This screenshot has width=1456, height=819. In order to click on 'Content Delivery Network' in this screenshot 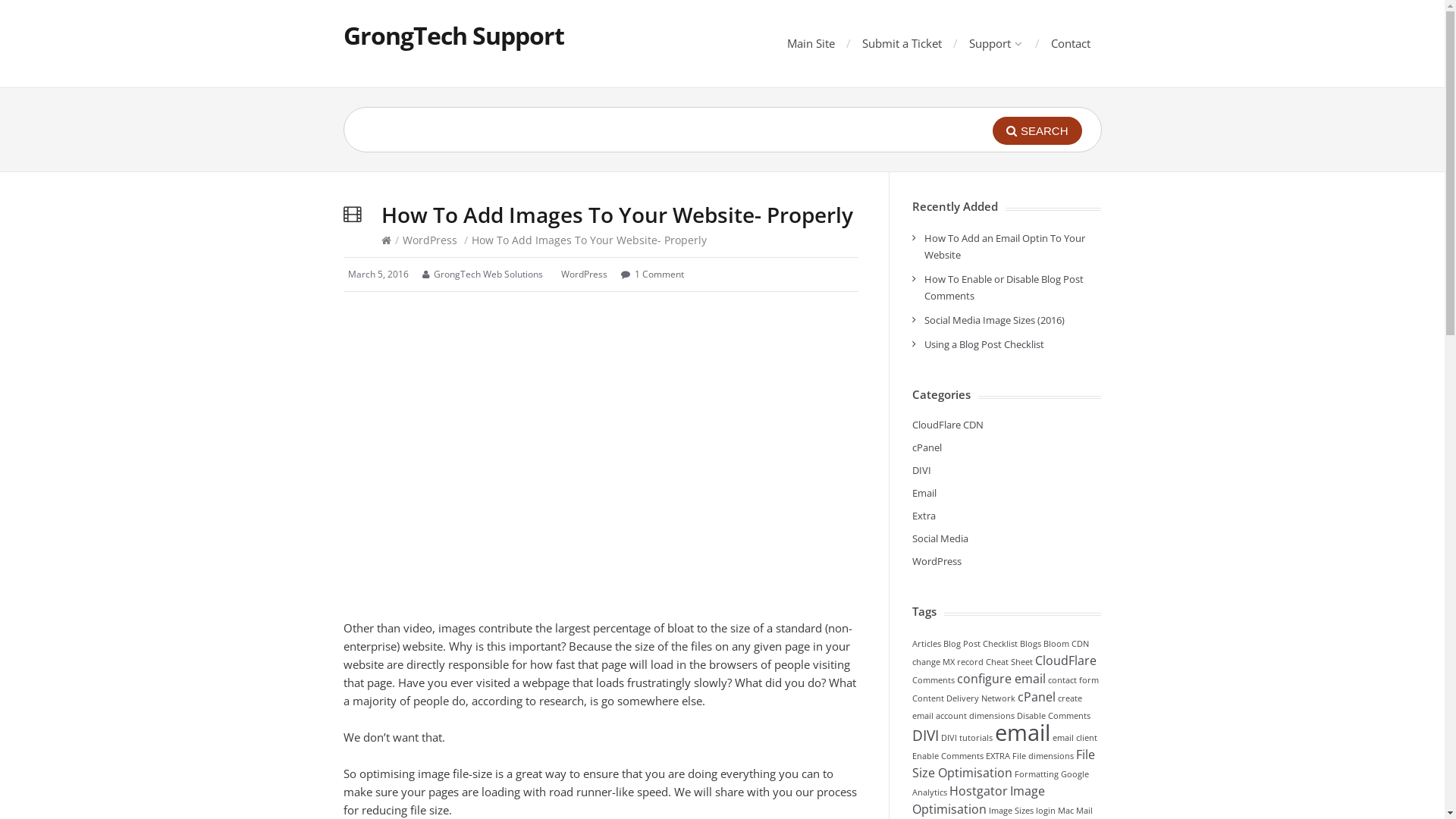, I will do `click(962, 698)`.